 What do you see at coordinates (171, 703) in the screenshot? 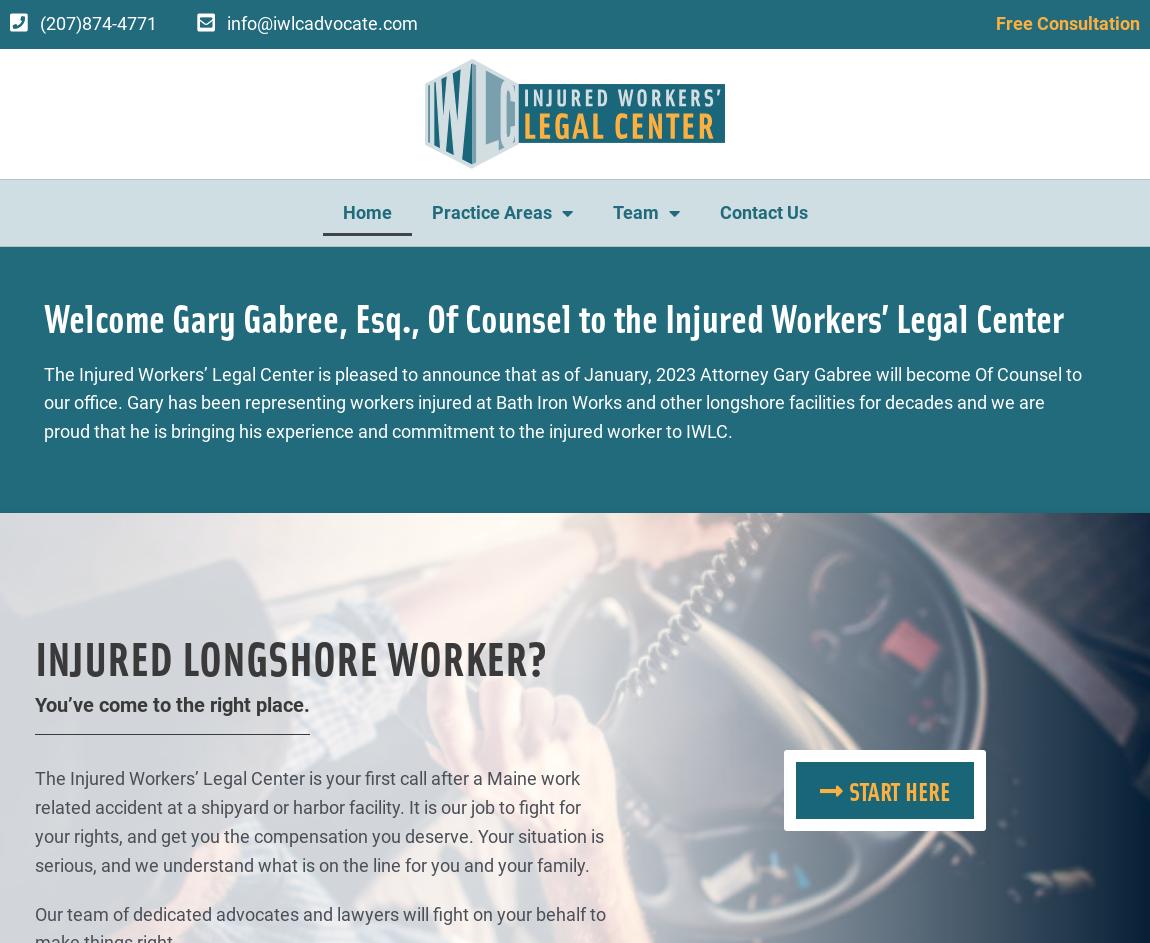
I see `'You’ve come to the right place.'` at bounding box center [171, 703].